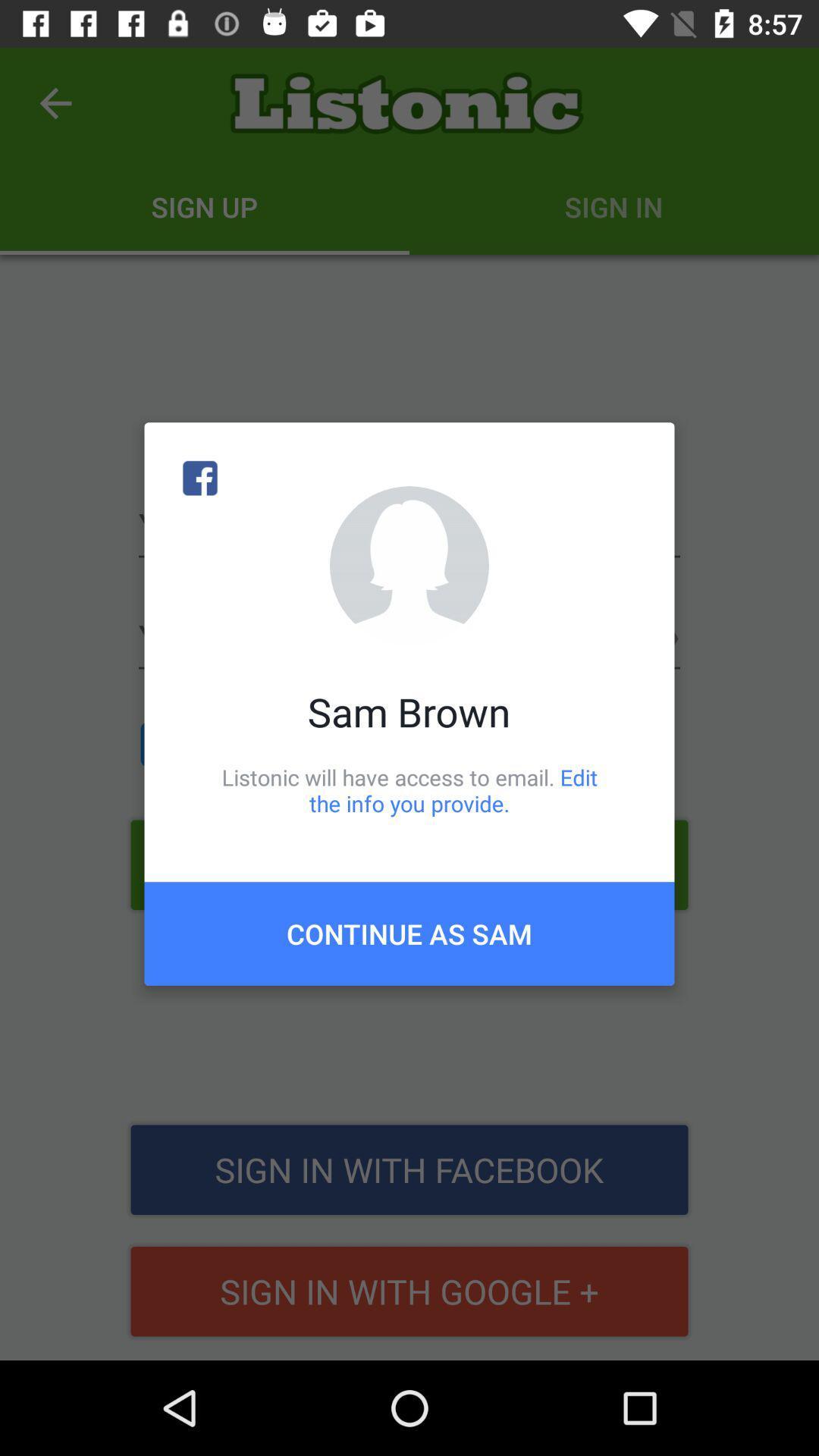 This screenshot has width=819, height=1456. I want to click on the continue as sam, so click(409, 933).